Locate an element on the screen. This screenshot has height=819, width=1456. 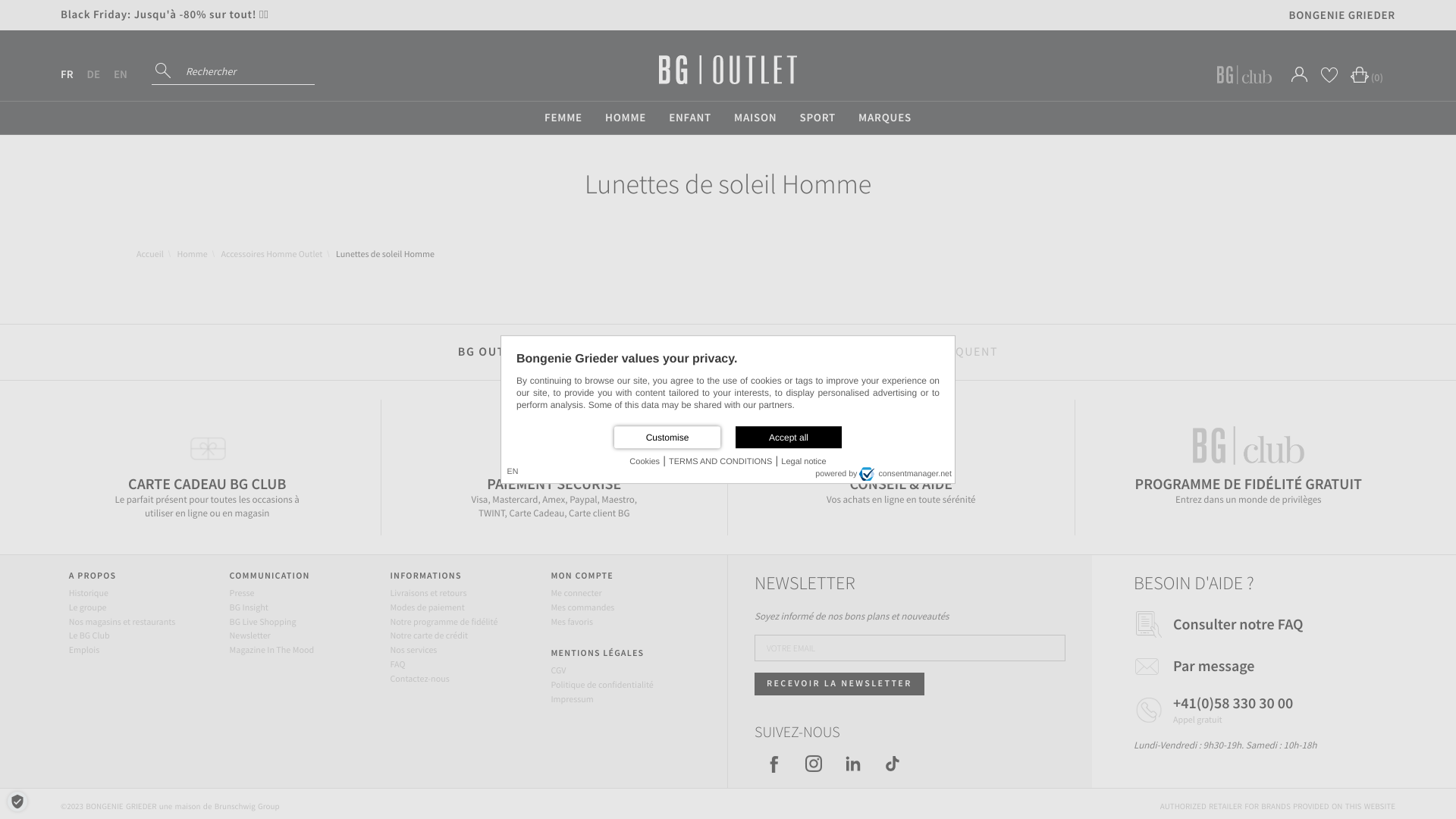
'BG Live Shopping' is located at coordinates (228, 622).